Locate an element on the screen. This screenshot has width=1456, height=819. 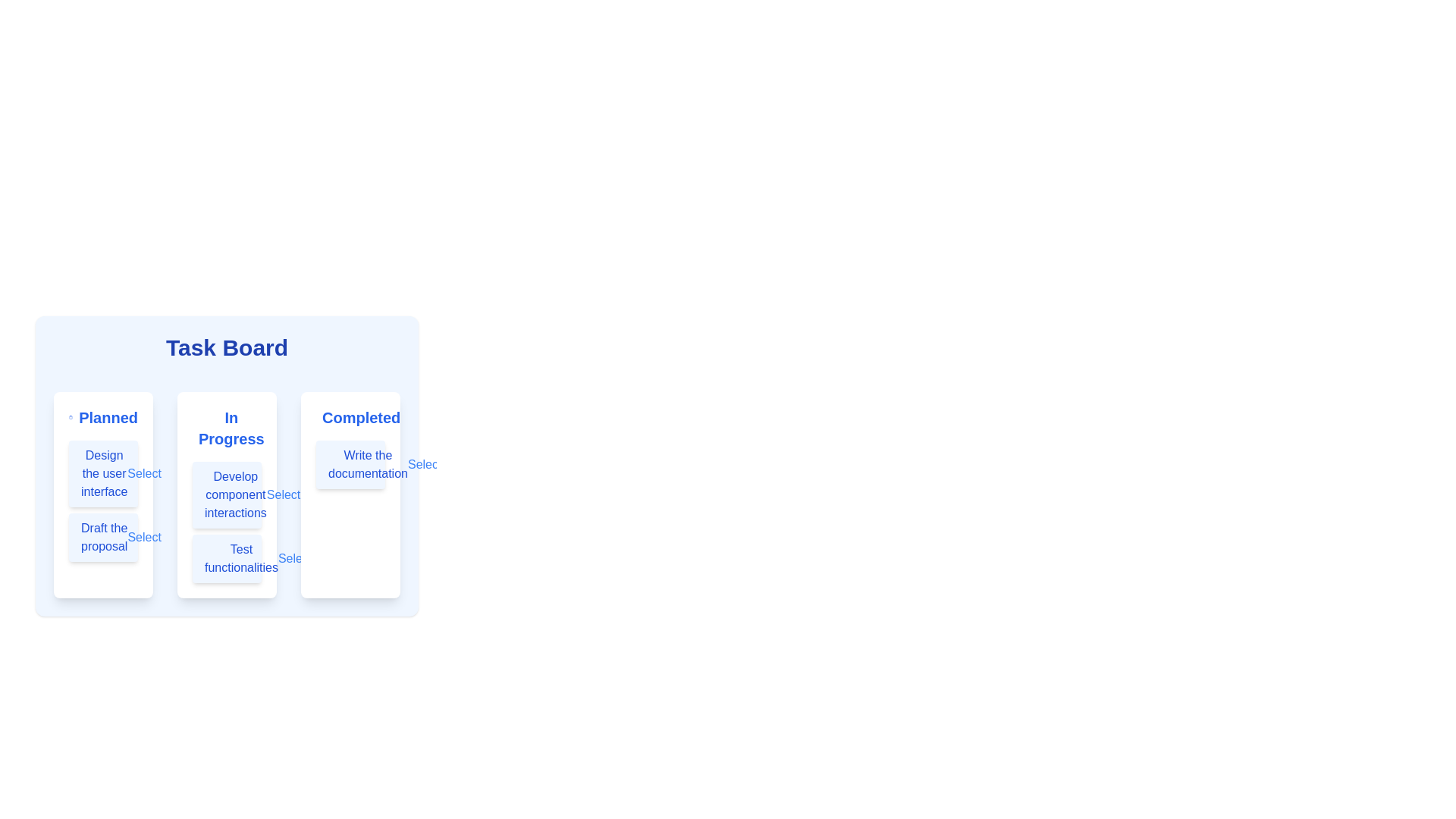
the 'In Progress' text label with a clock icon, which is the header of the middle column on the task board interface is located at coordinates (226, 428).